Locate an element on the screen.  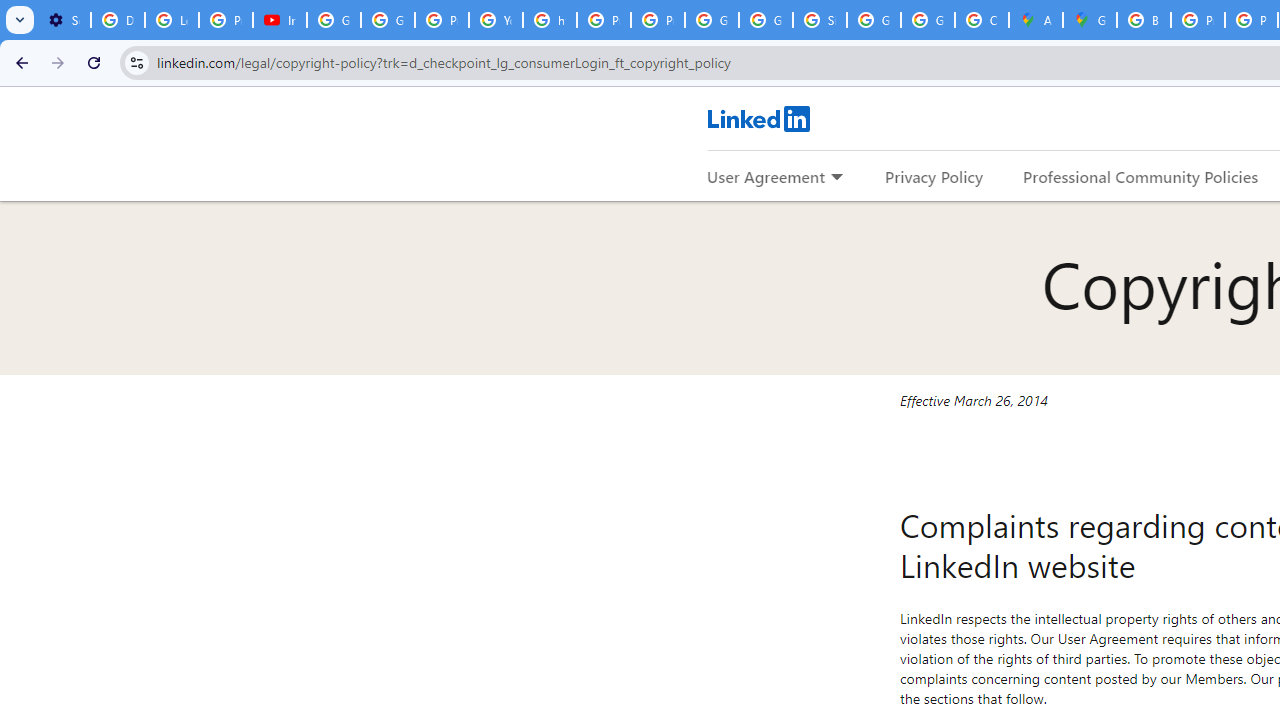
'LinkedIn Logo' is located at coordinates (757, 118).